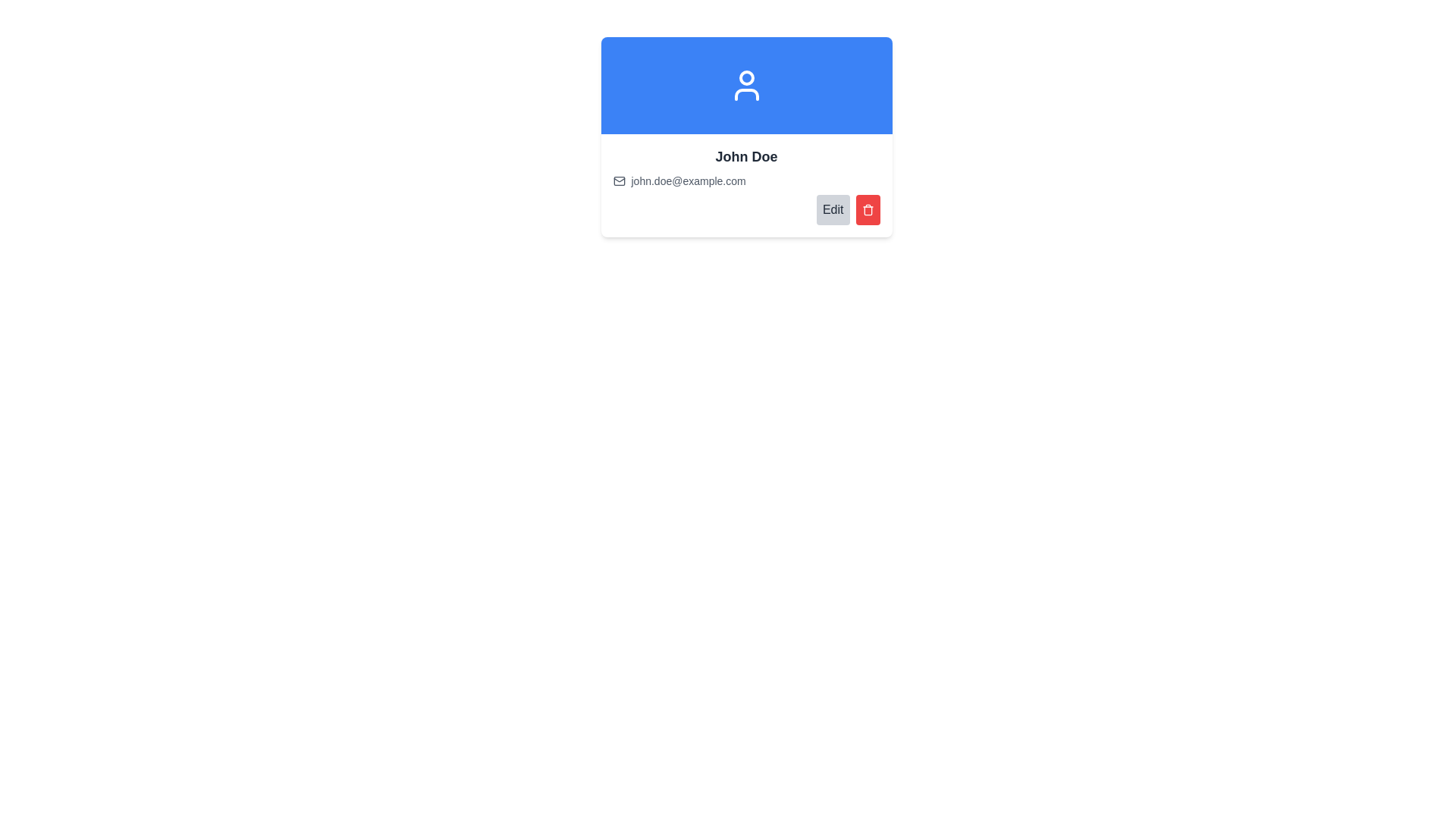 The height and width of the screenshot is (819, 1456). I want to click on the delete button located at the bottom-right corner of the user information card to observe the hover effect, so click(868, 210).